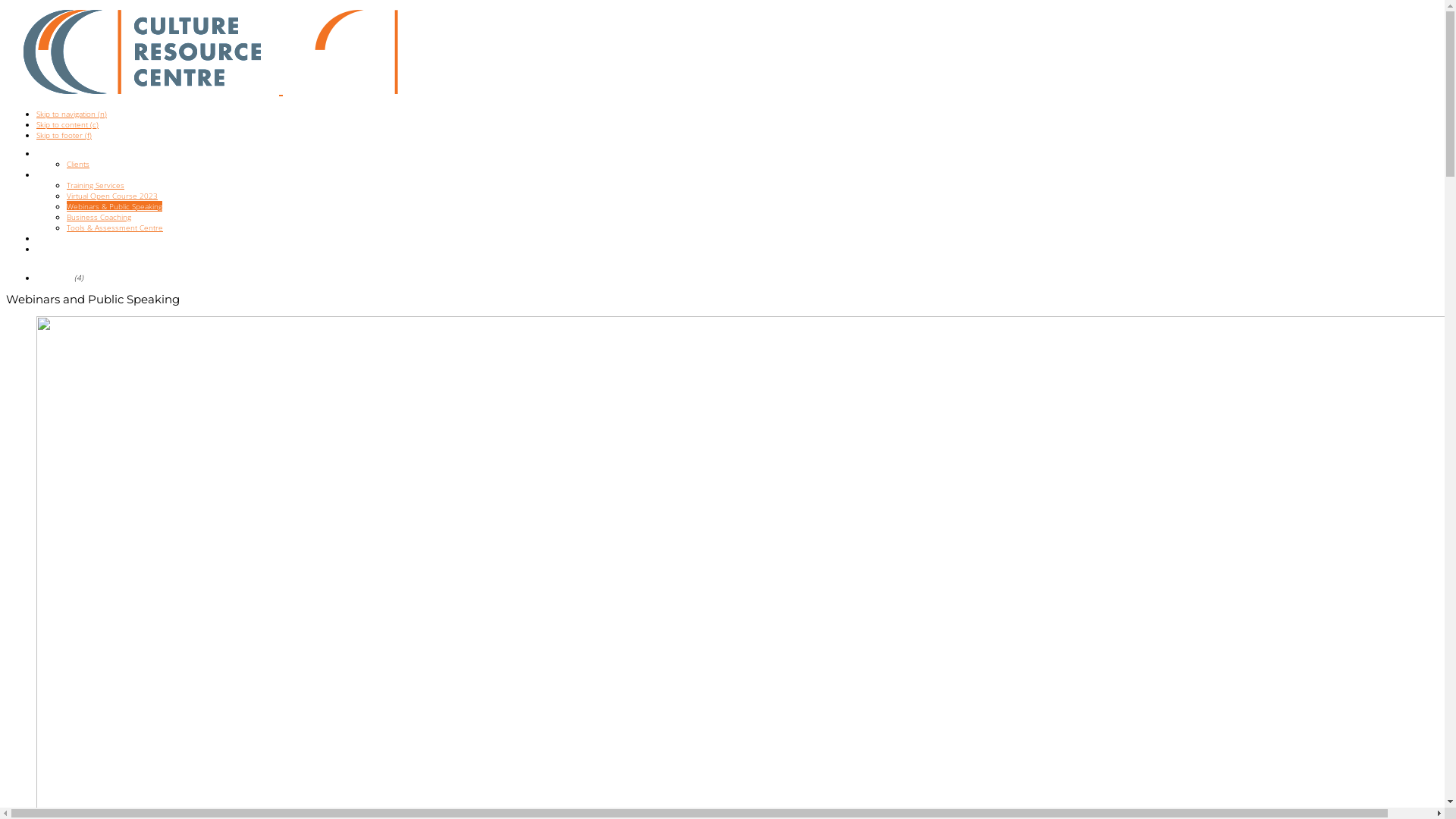 The width and height of the screenshot is (1456, 819). I want to click on 'Blog Culture@Work', so click(36, 247).